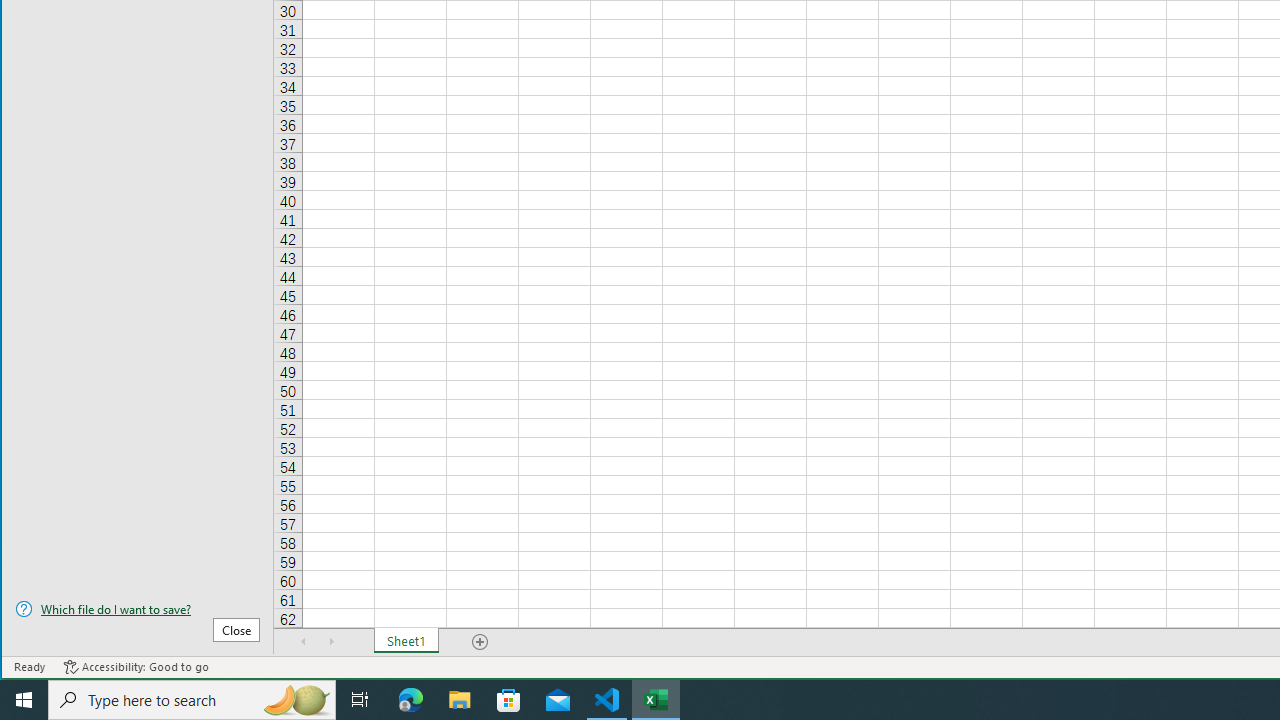 The image size is (1280, 720). Describe the element at coordinates (509, 698) in the screenshot. I see `'Microsoft Store'` at that location.